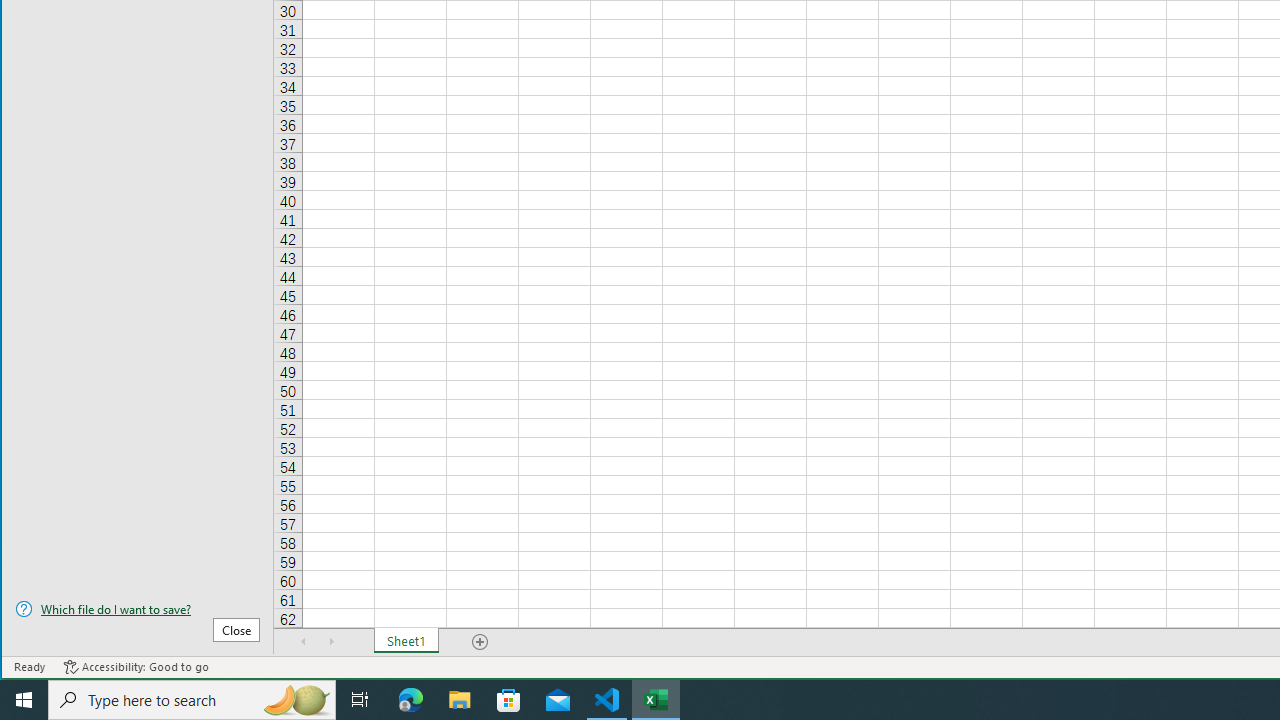 The image size is (1280, 720). Describe the element at coordinates (509, 698) in the screenshot. I see `'Microsoft Store'` at that location.